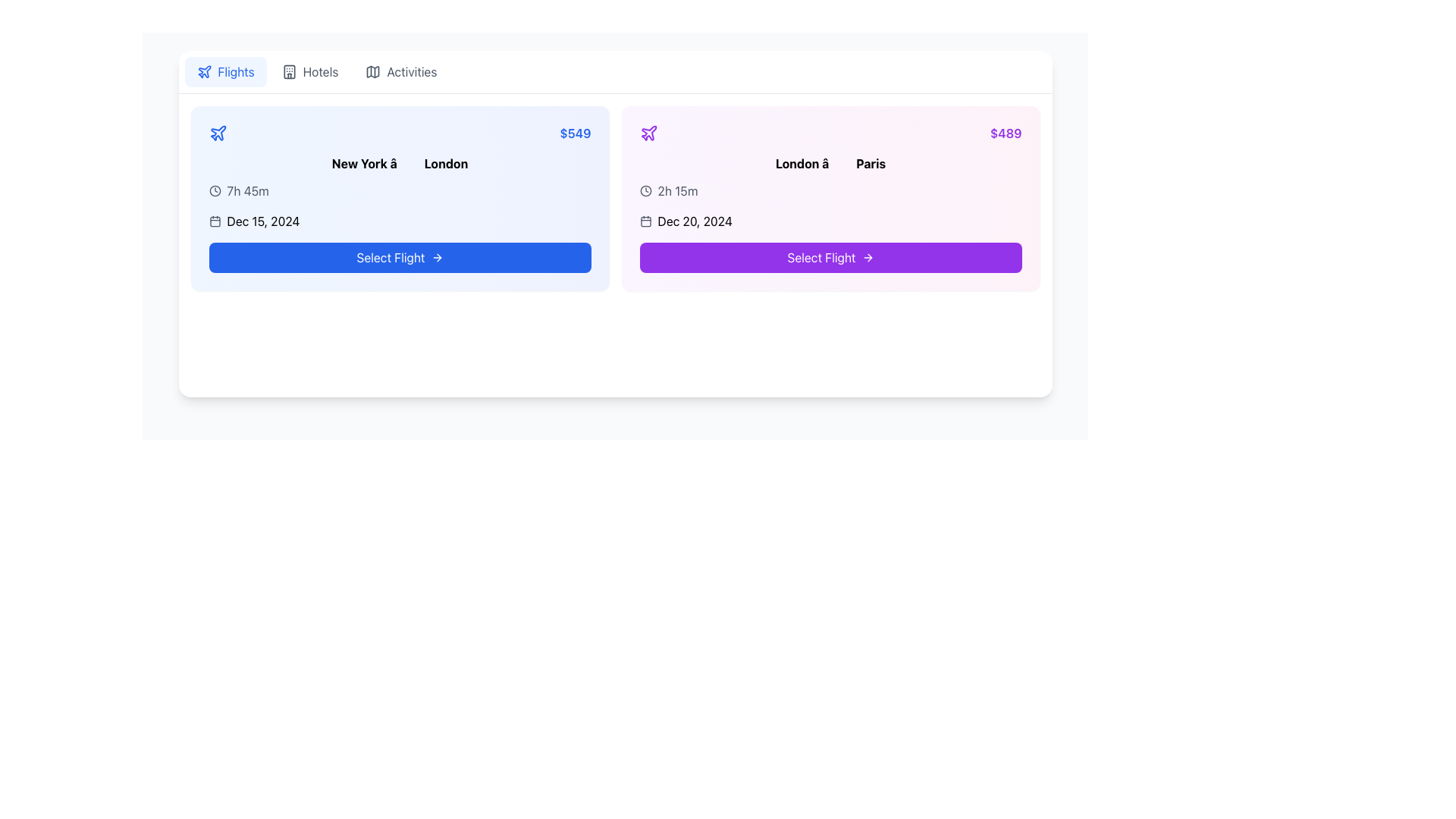 The width and height of the screenshot is (1456, 819). I want to click on the Rectangle within the SVG calendar icon, which symbolizes the date and is positioned centrally between two vertical lines in the 'London to Paris' flight section, so click(645, 221).